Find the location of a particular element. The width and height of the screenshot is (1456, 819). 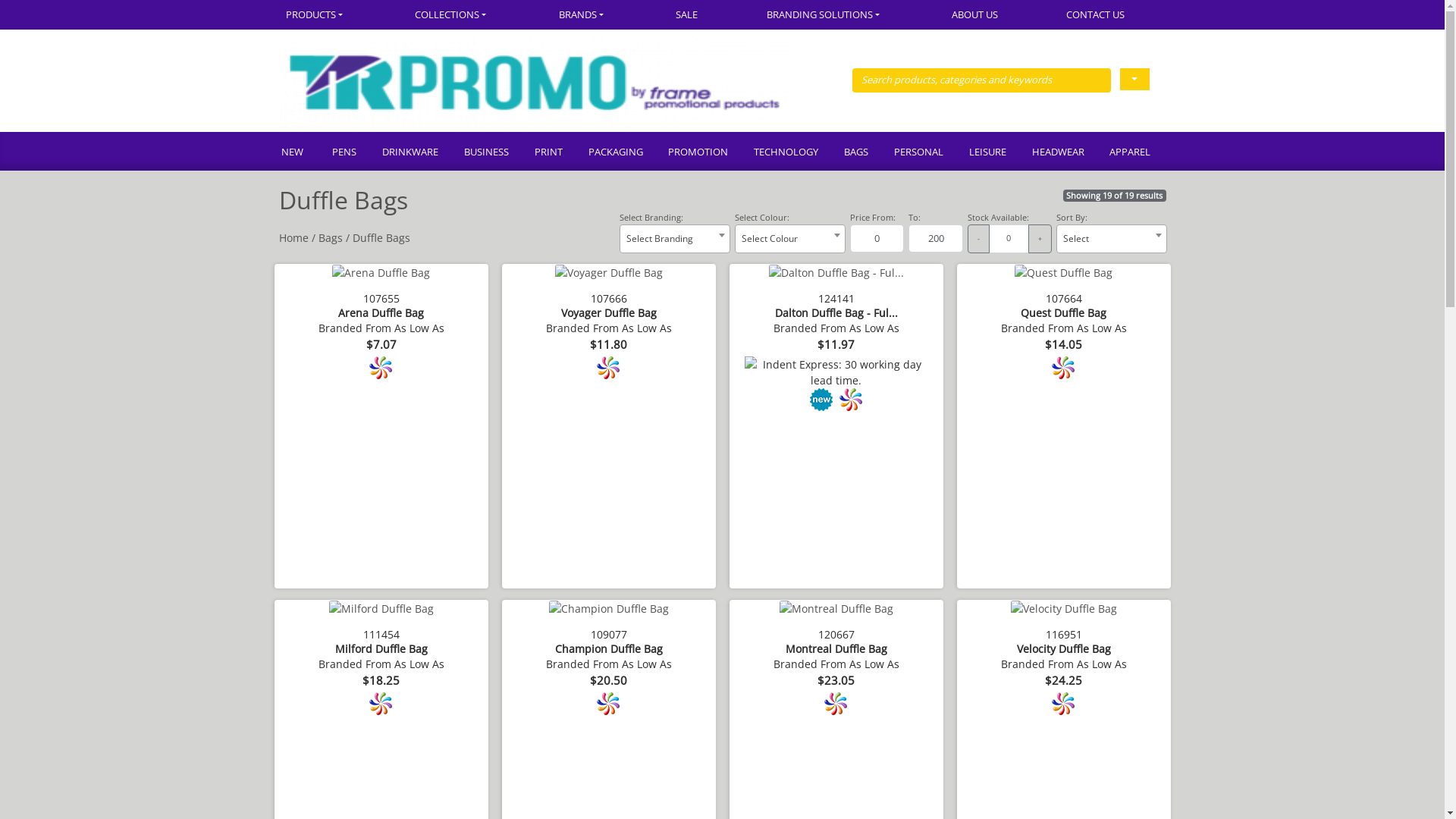

'ABOUT US' is located at coordinates (917, 14).